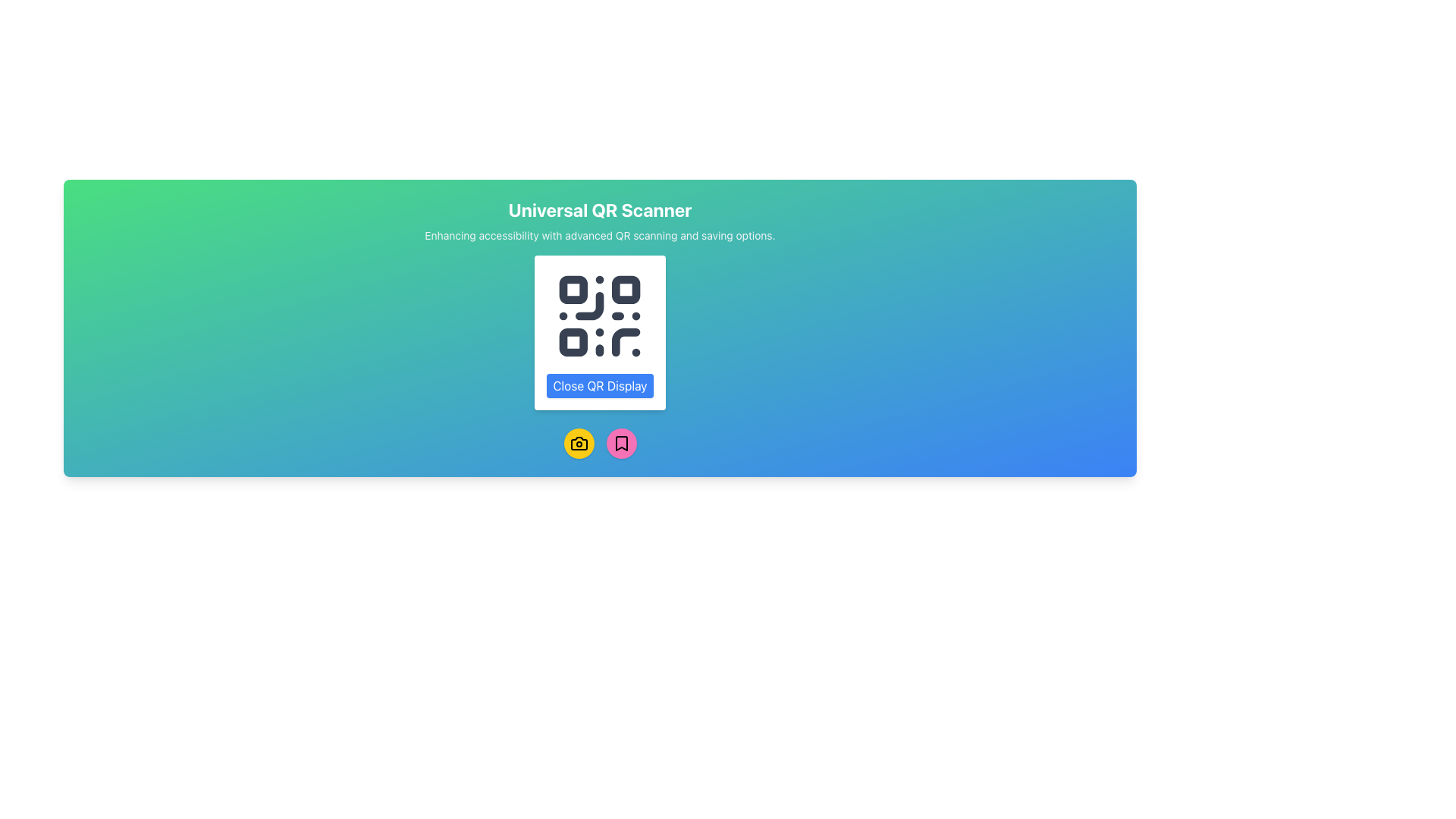  I want to click on text from the 'Universal QR Scanner' Text Block located at the top-center of the card with a gradient green-to-blue background, so click(599, 220).